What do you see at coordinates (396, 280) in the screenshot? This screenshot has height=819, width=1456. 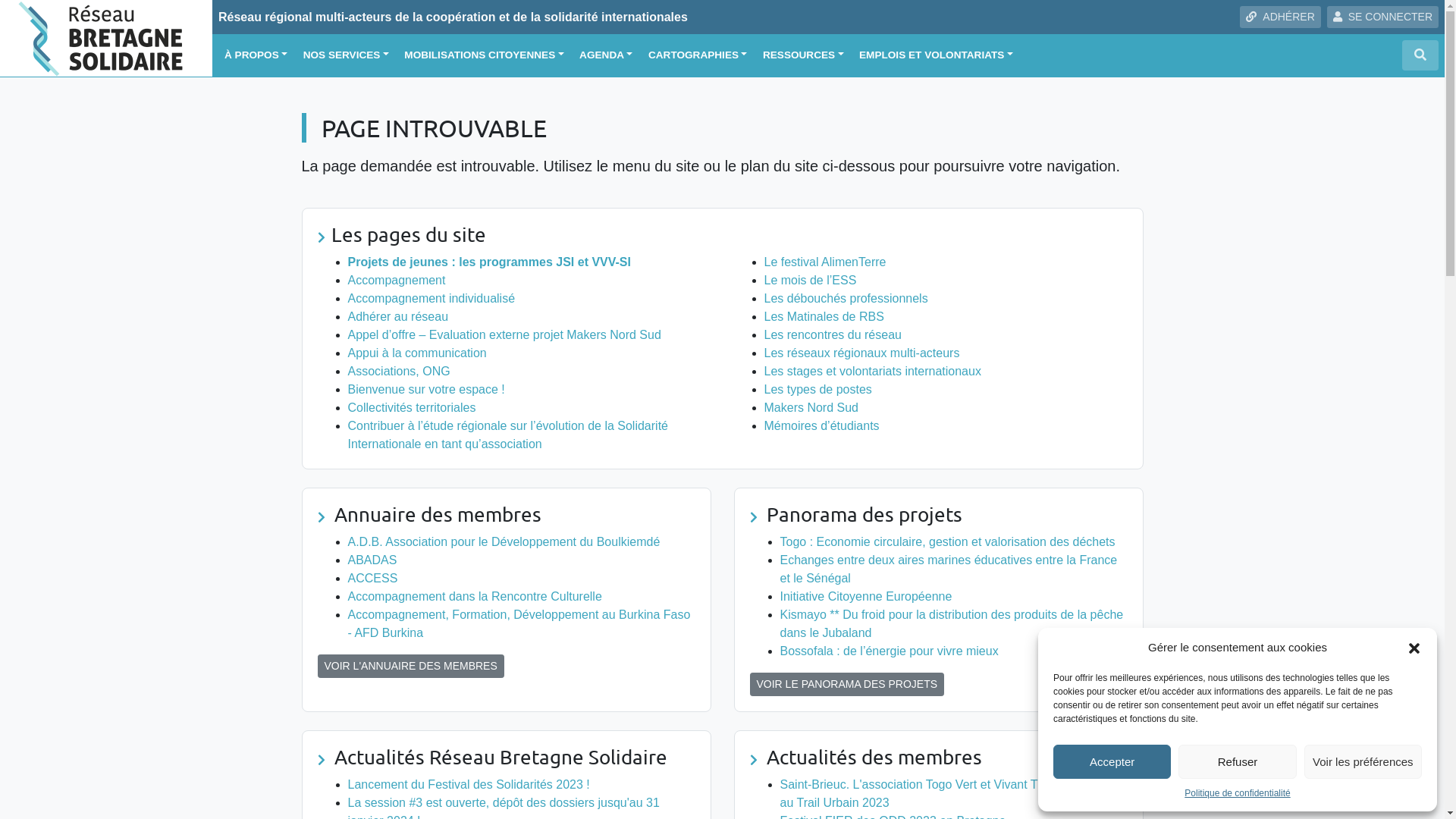 I see `'Accompagnement'` at bounding box center [396, 280].